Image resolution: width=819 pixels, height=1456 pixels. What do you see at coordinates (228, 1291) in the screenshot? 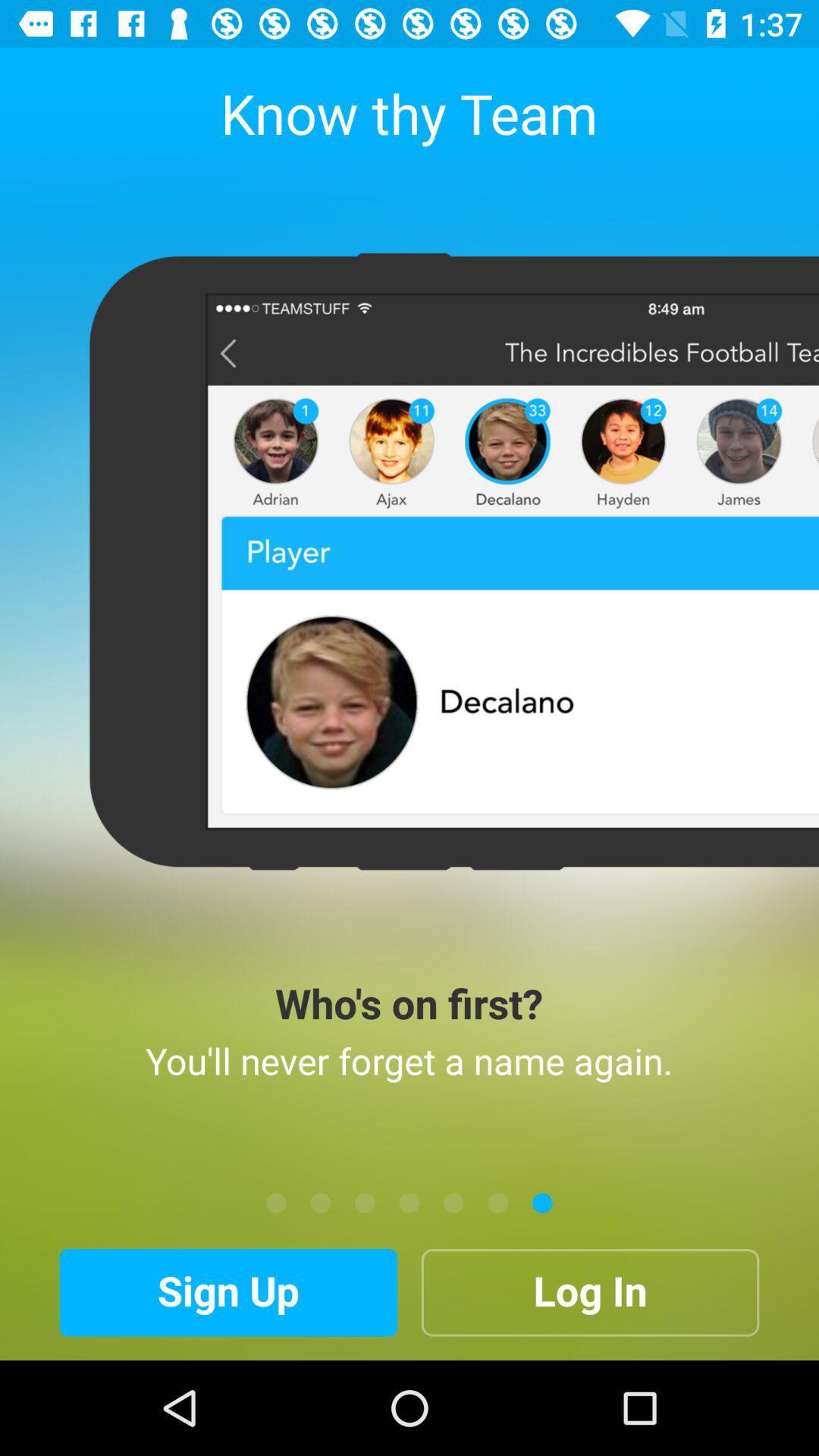
I see `icon at the bottom left corner` at bounding box center [228, 1291].